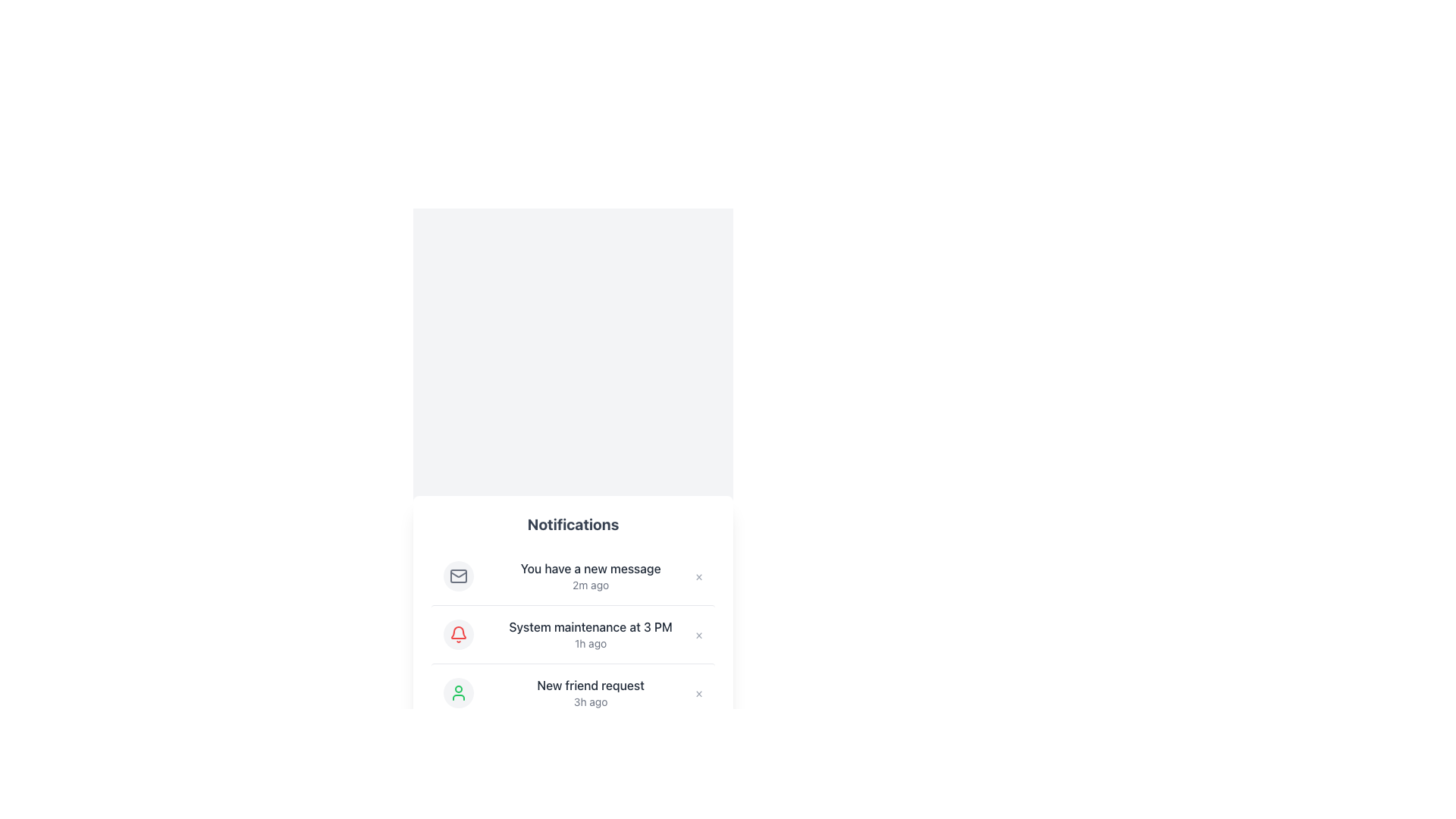 Image resolution: width=1456 pixels, height=819 pixels. What do you see at coordinates (457, 576) in the screenshot?
I see `the circular mail envelope icon with a light gray background and blue details, located on the far left of the notification entry that reads 'You have a new message 2m ago ×'` at bounding box center [457, 576].